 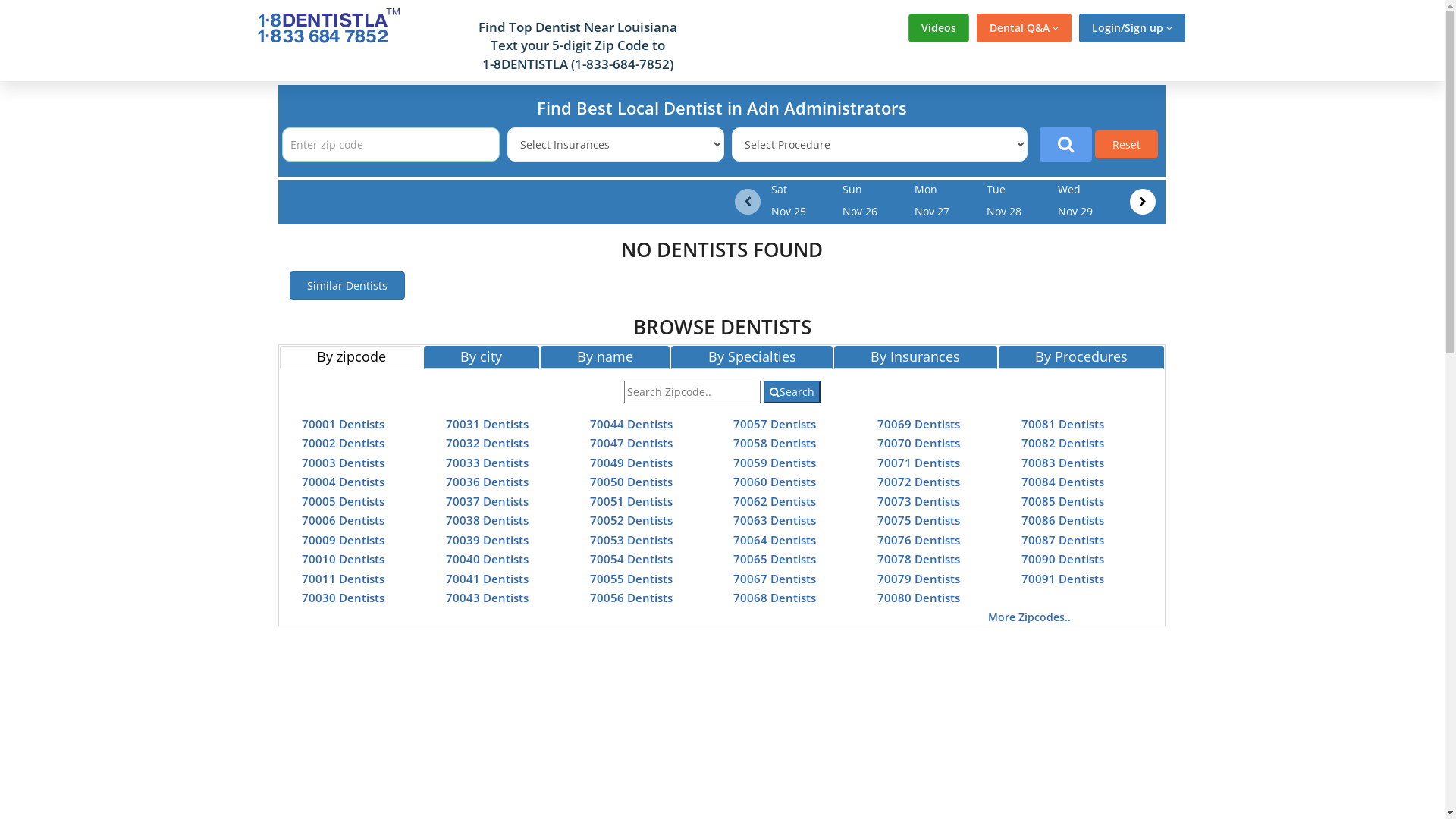 I want to click on 'By city', so click(x=480, y=356).